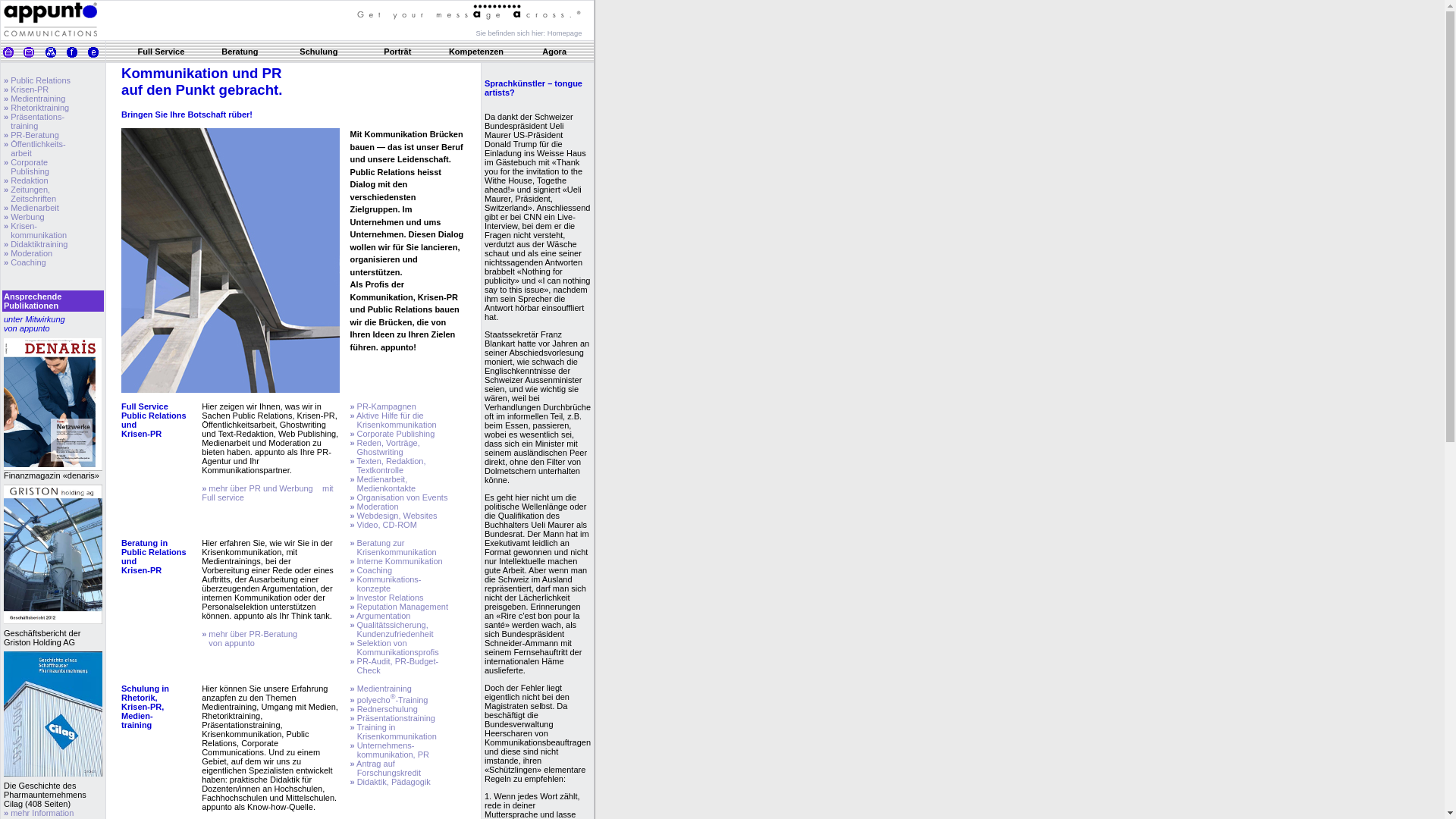 This screenshot has height=819, width=1456. What do you see at coordinates (20, 124) in the screenshot?
I see `'   training'` at bounding box center [20, 124].